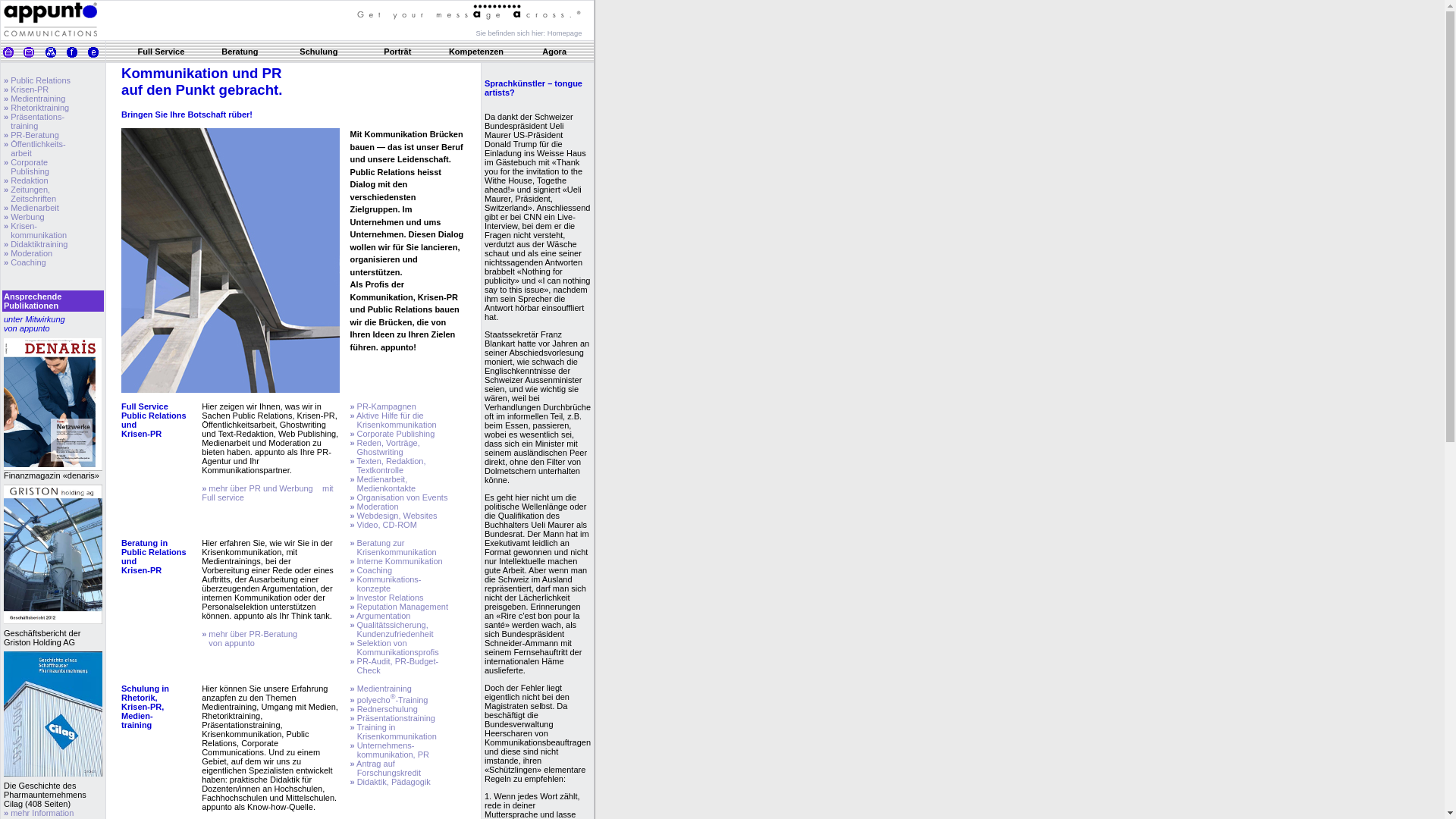 This screenshot has height=819, width=1456. What do you see at coordinates (20, 124) in the screenshot?
I see `'   training'` at bounding box center [20, 124].